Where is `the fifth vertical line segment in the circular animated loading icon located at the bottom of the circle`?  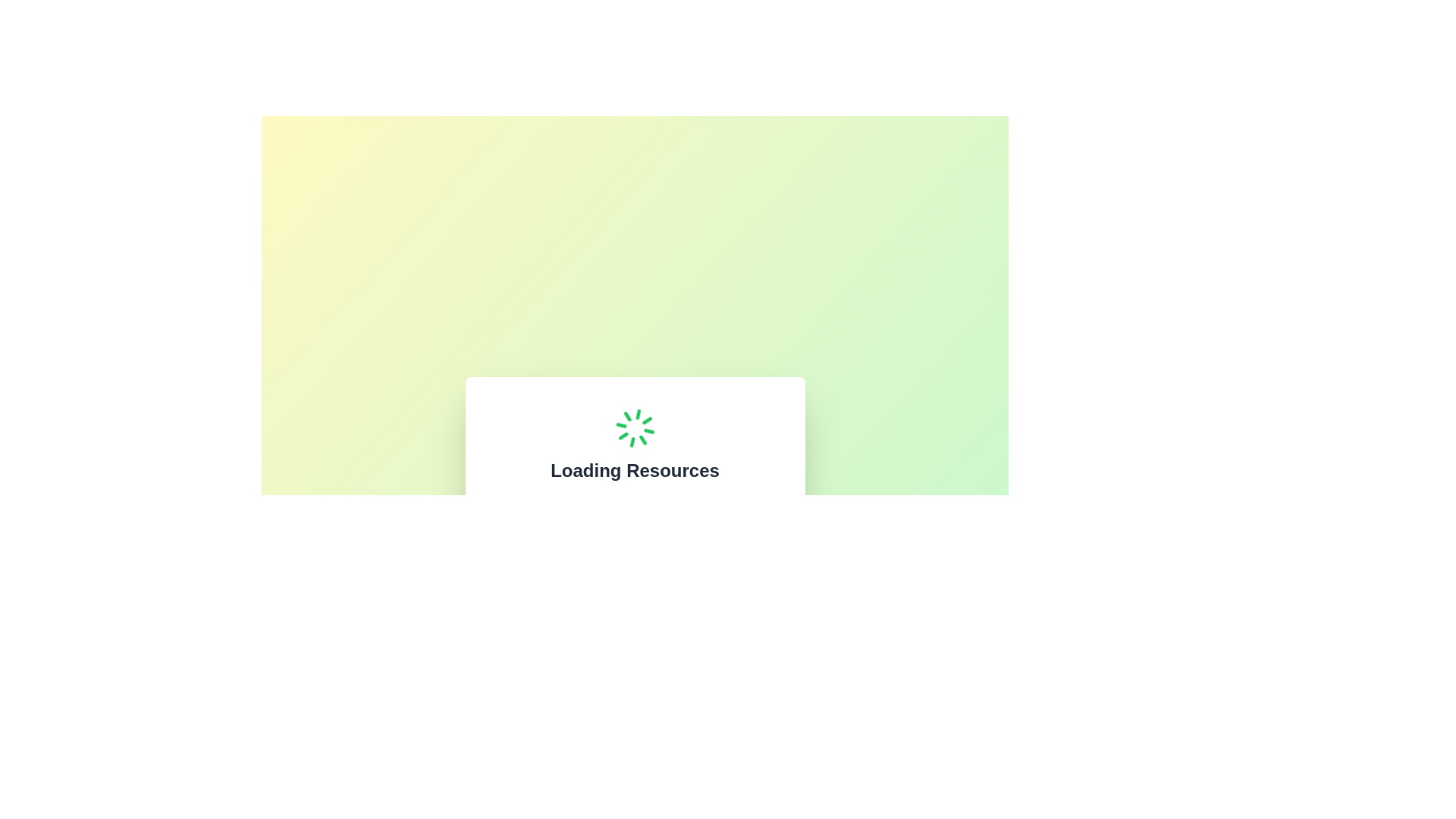
the fifth vertical line segment in the circular animated loading icon located at the bottom of the circle is located at coordinates (632, 414).